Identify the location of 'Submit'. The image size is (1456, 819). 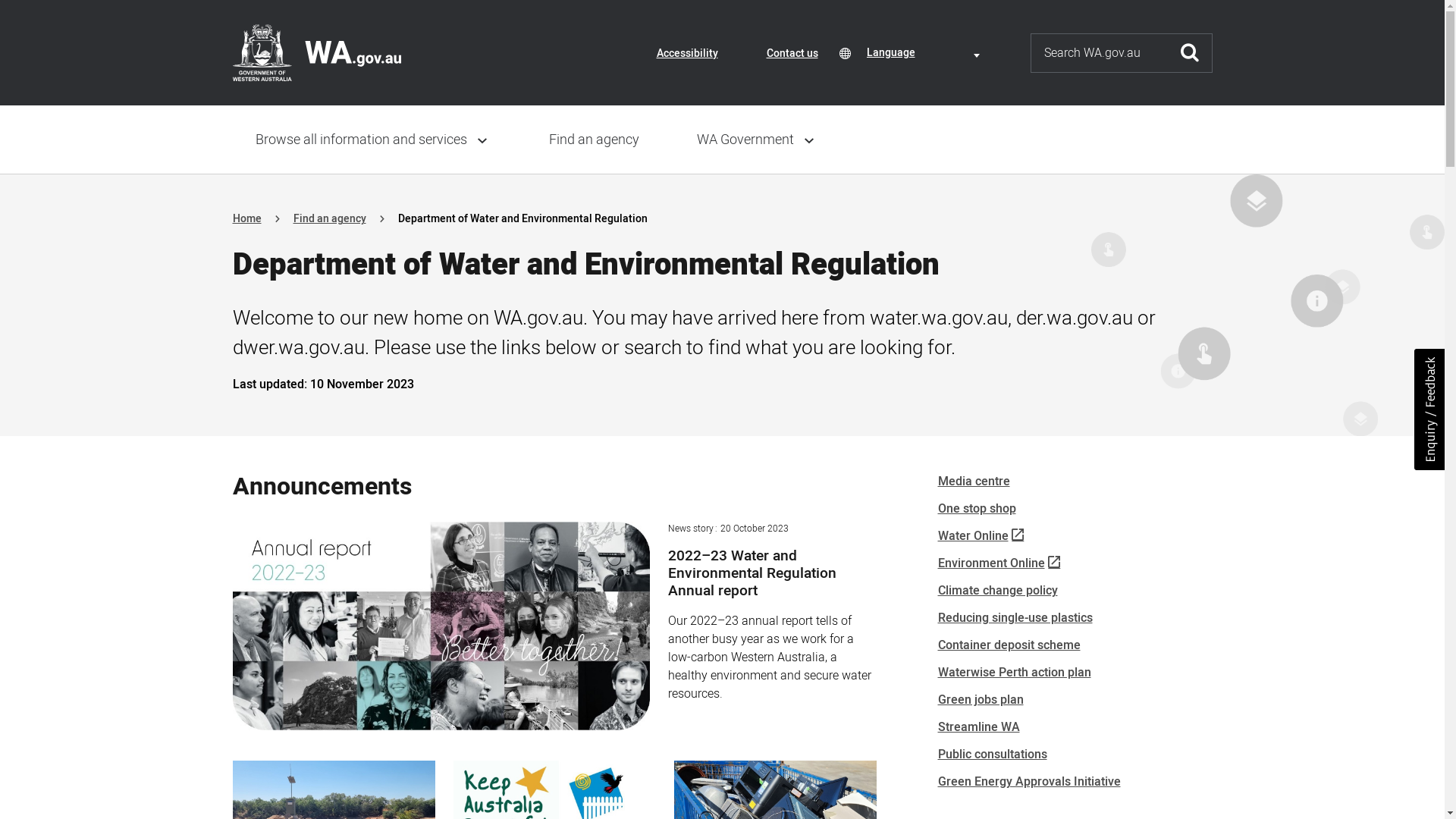
(1167, 52).